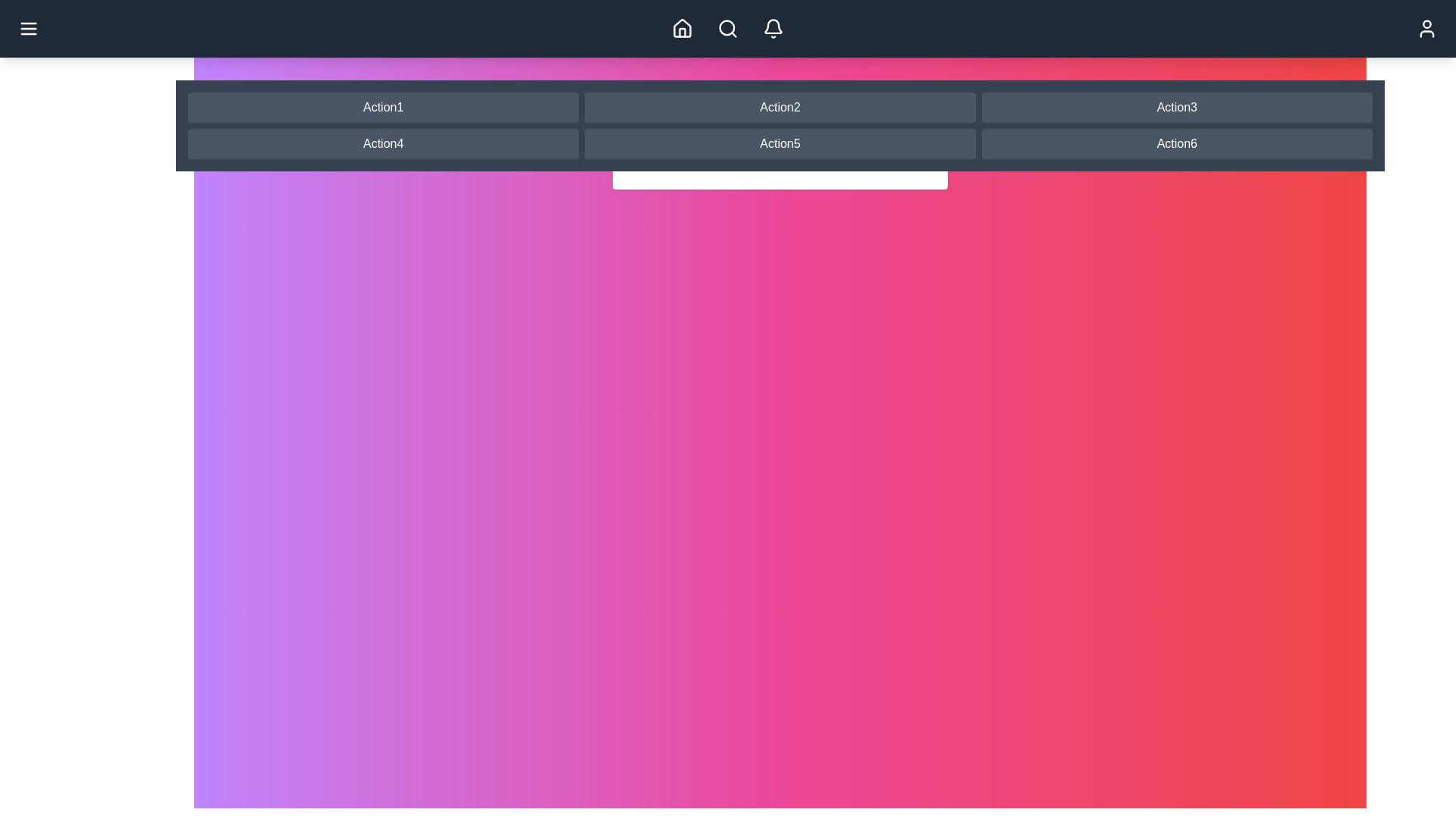 The width and height of the screenshot is (1456, 819). Describe the element at coordinates (780, 143) in the screenshot. I see `the action button labeled Action5` at that location.